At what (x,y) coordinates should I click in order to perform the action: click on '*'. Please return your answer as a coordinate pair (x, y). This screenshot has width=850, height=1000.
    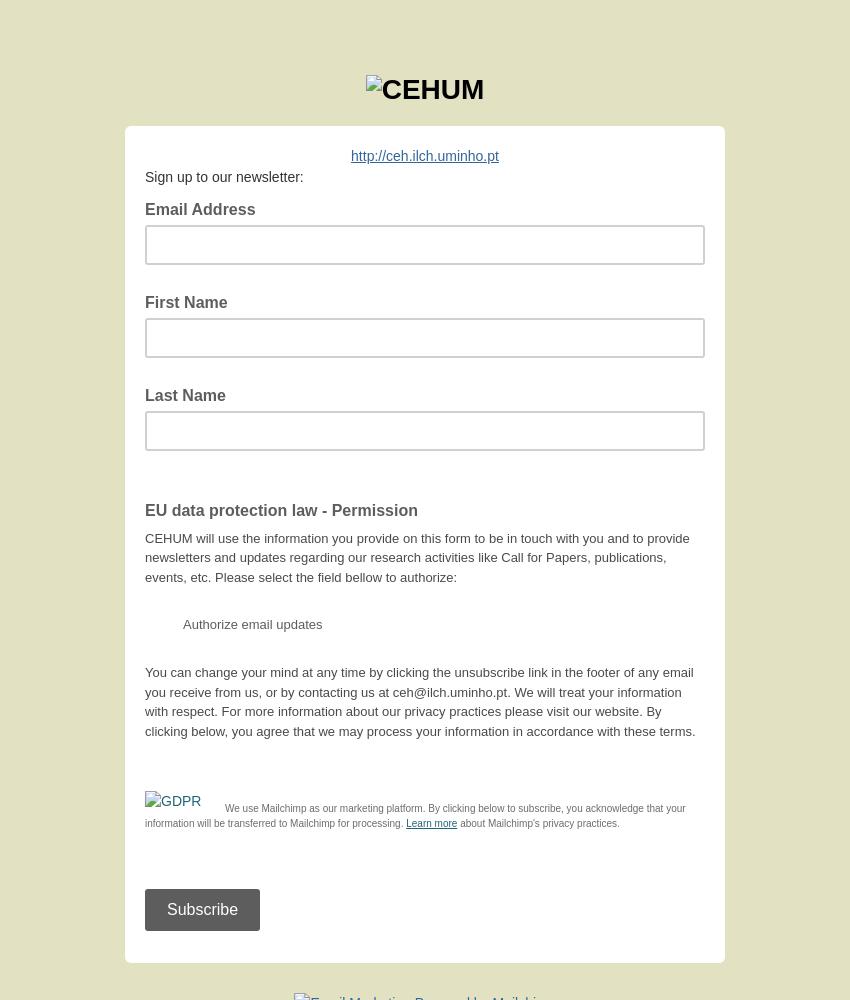
    Looking at the image, I should click on (259, 206).